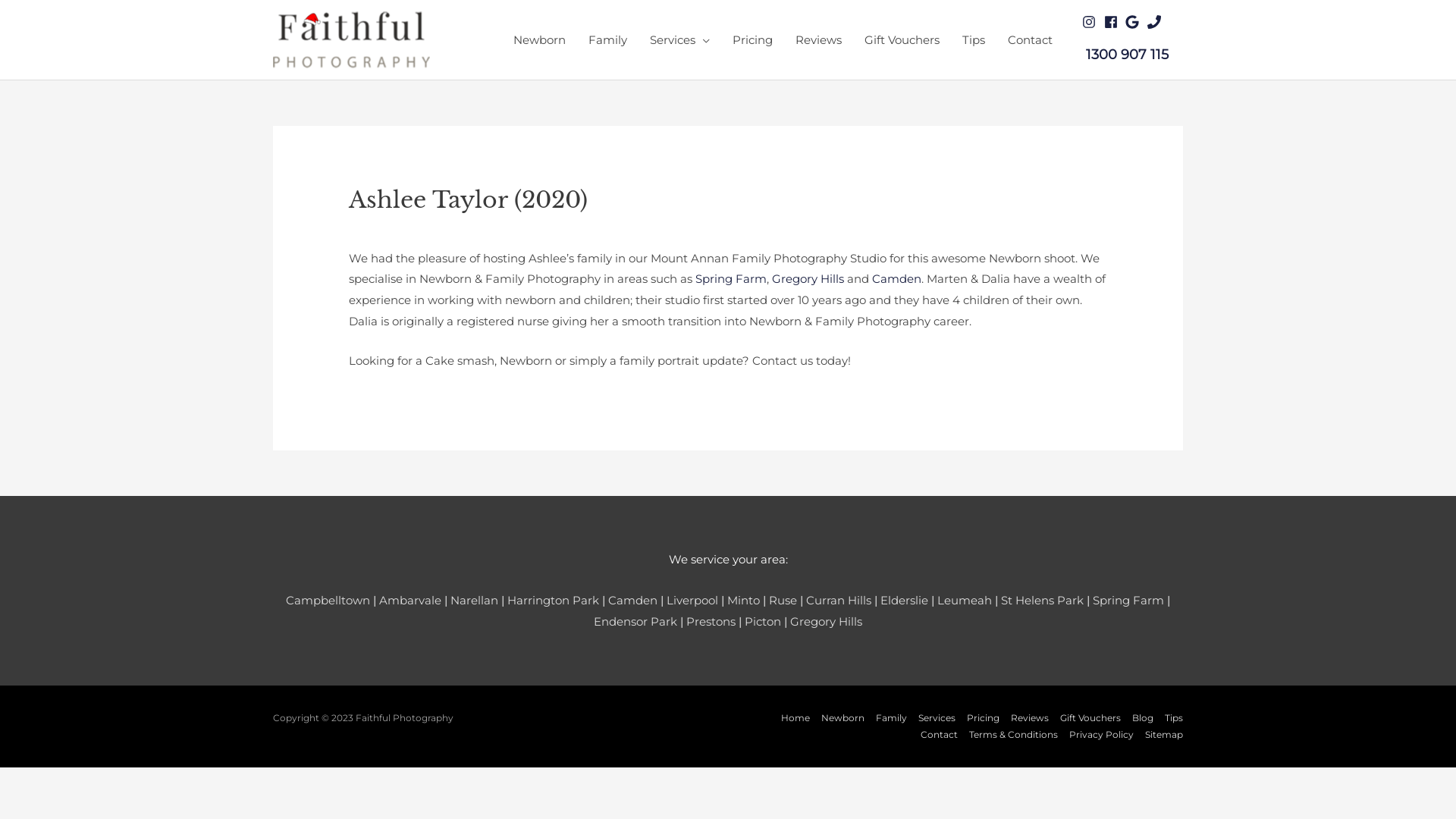 This screenshot has width=1456, height=819. Describe the element at coordinates (1159, 733) in the screenshot. I see `'Sitemap'` at that location.